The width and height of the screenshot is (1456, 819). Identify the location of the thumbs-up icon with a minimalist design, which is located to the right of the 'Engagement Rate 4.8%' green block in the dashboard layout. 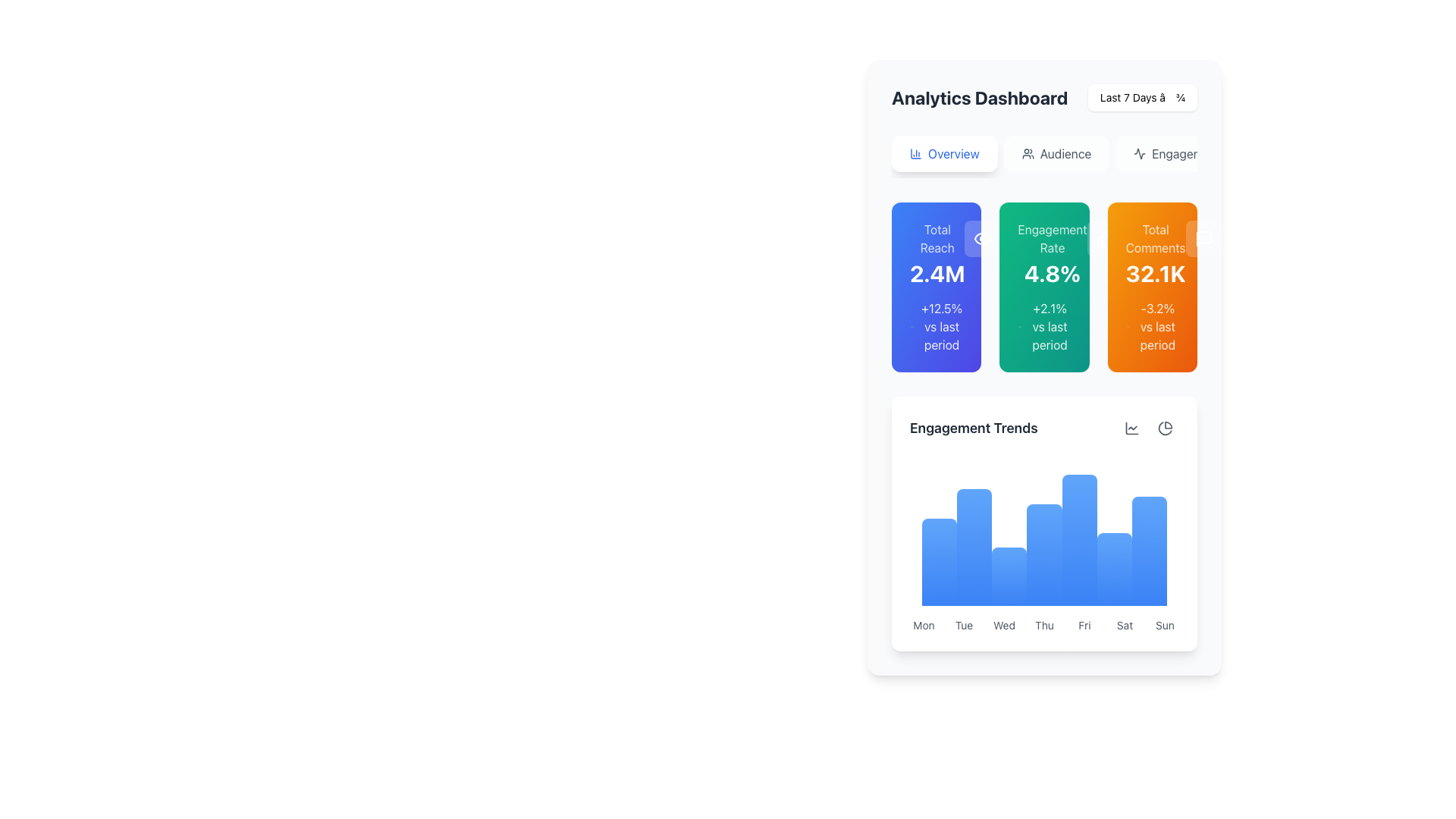
(1105, 239).